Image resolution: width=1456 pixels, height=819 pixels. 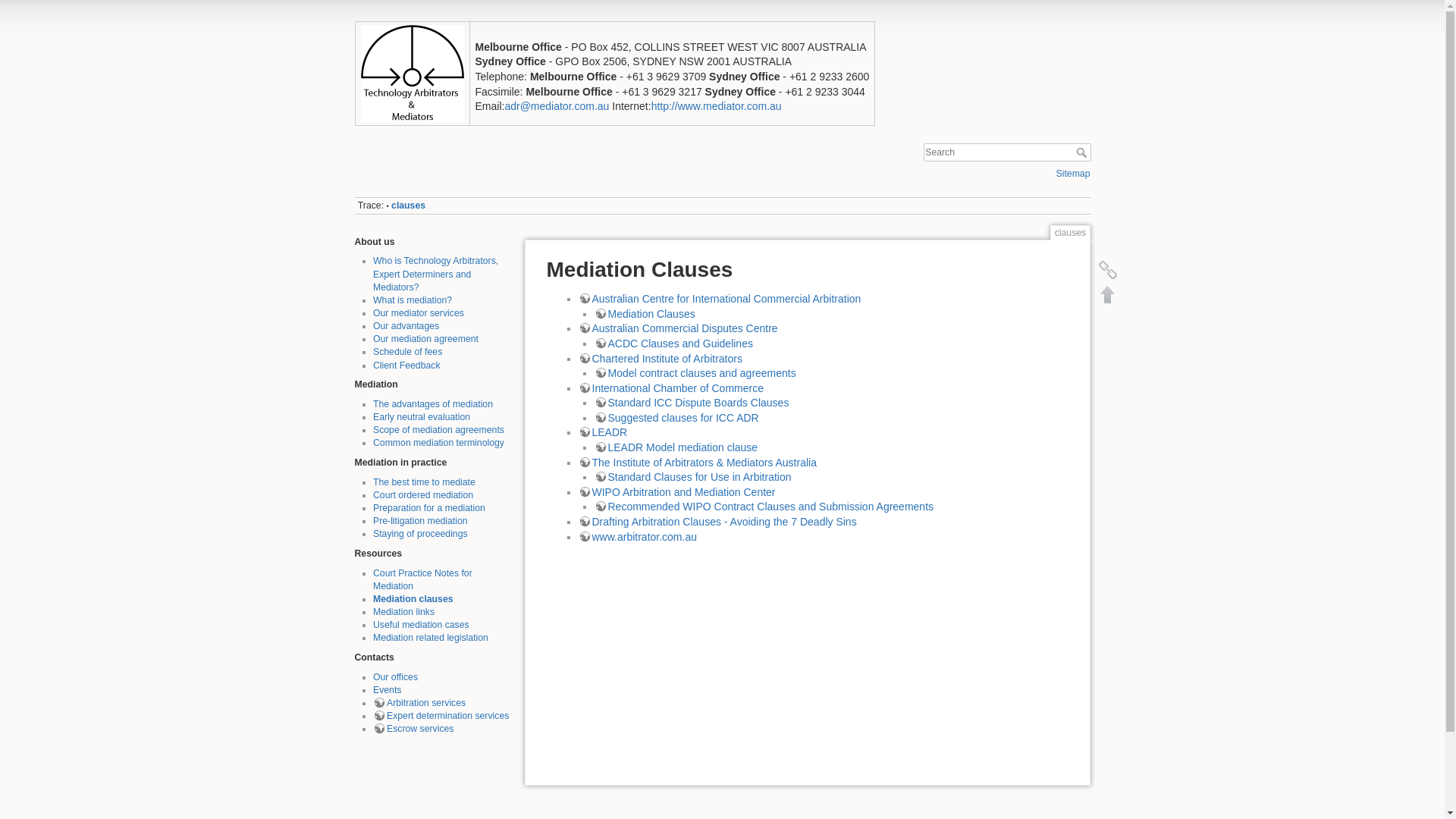 I want to click on 'Pre-litigation mediation', so click(x=372, y=519).